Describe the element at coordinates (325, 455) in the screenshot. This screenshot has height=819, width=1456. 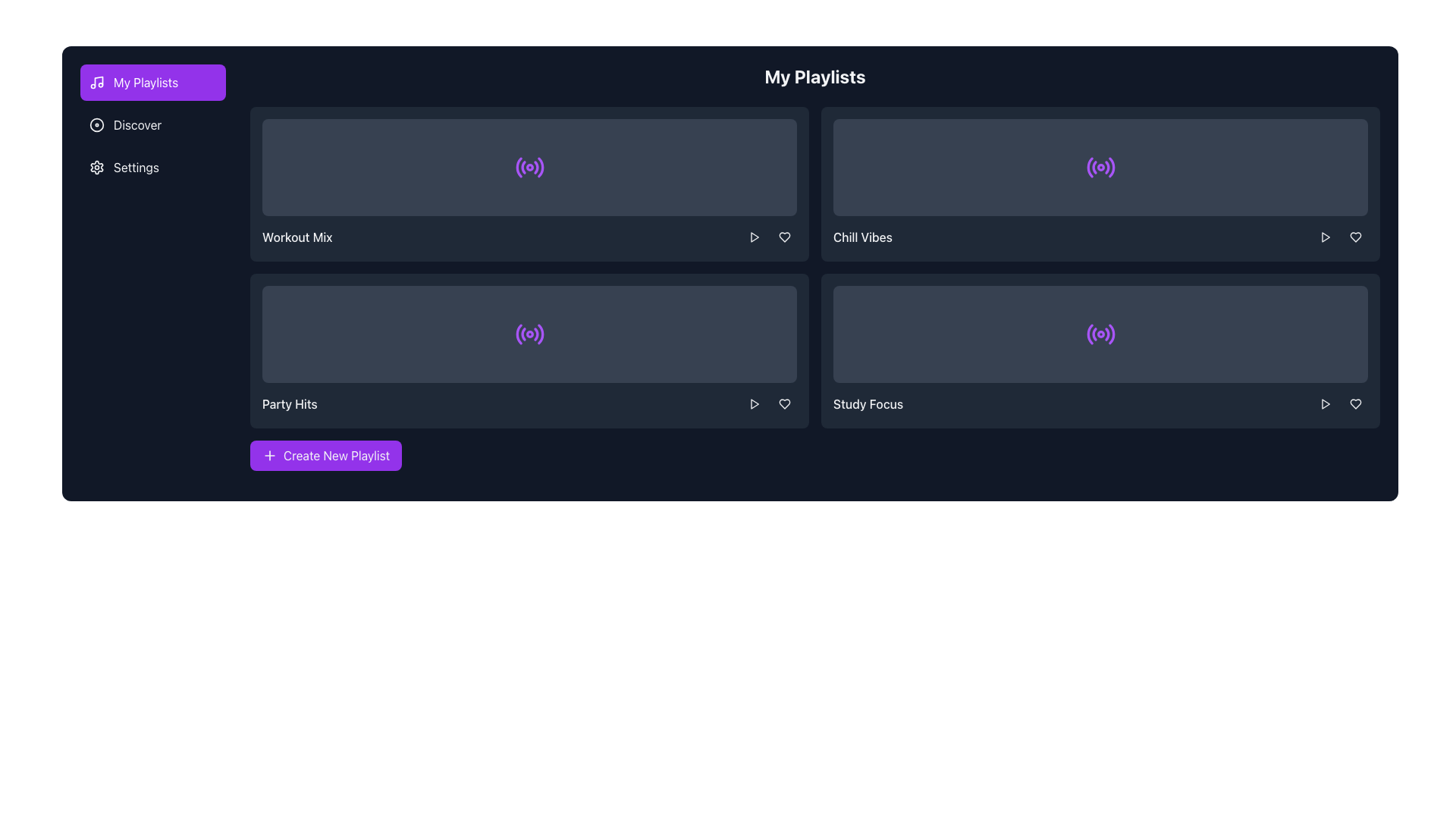
I see `the purple rectangular button labeled 'Create New Playlist'` at that location.